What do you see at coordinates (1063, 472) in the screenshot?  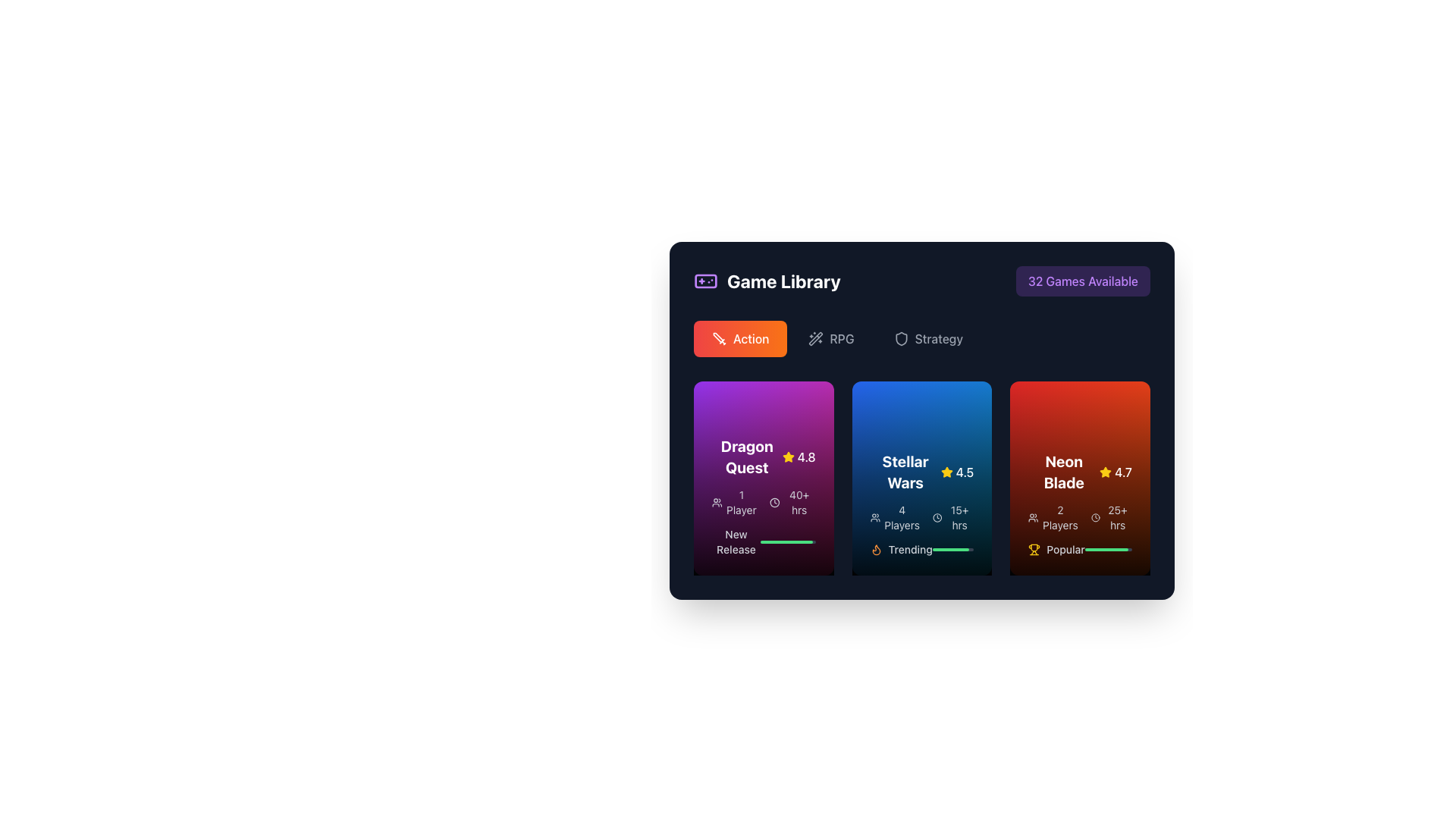 I see `the 'Neon Blade' text label, which is displayed in bold white font within a red rectangular card in the 'Game Library' section` at bounding box center [1063, 472].